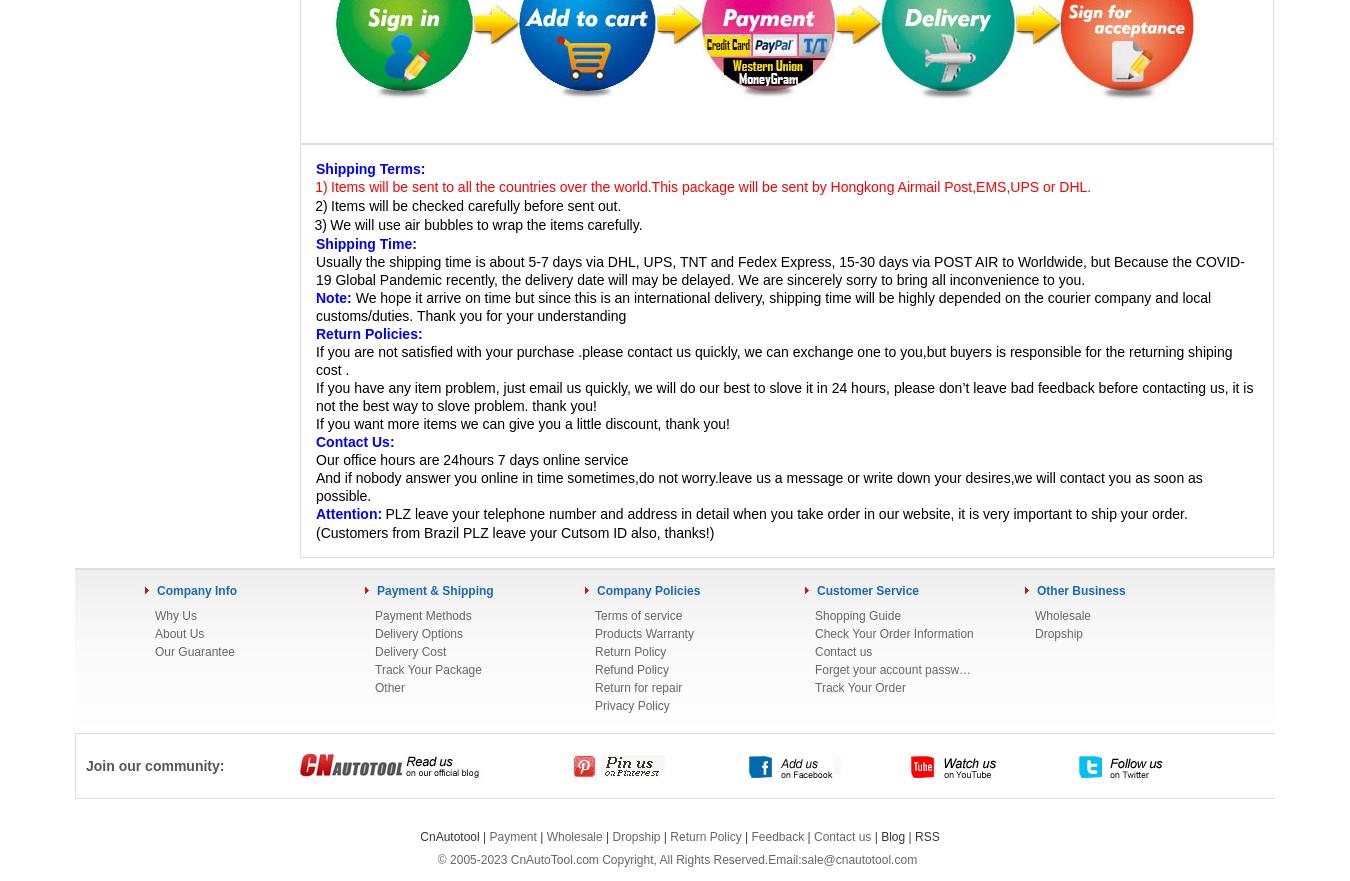 The height and width of the screenshot is (881, 1350). What do you see at coordinates (643, 632) in the screenshot?
I see `'Products Warranty'` at bounding box center [643, 632].